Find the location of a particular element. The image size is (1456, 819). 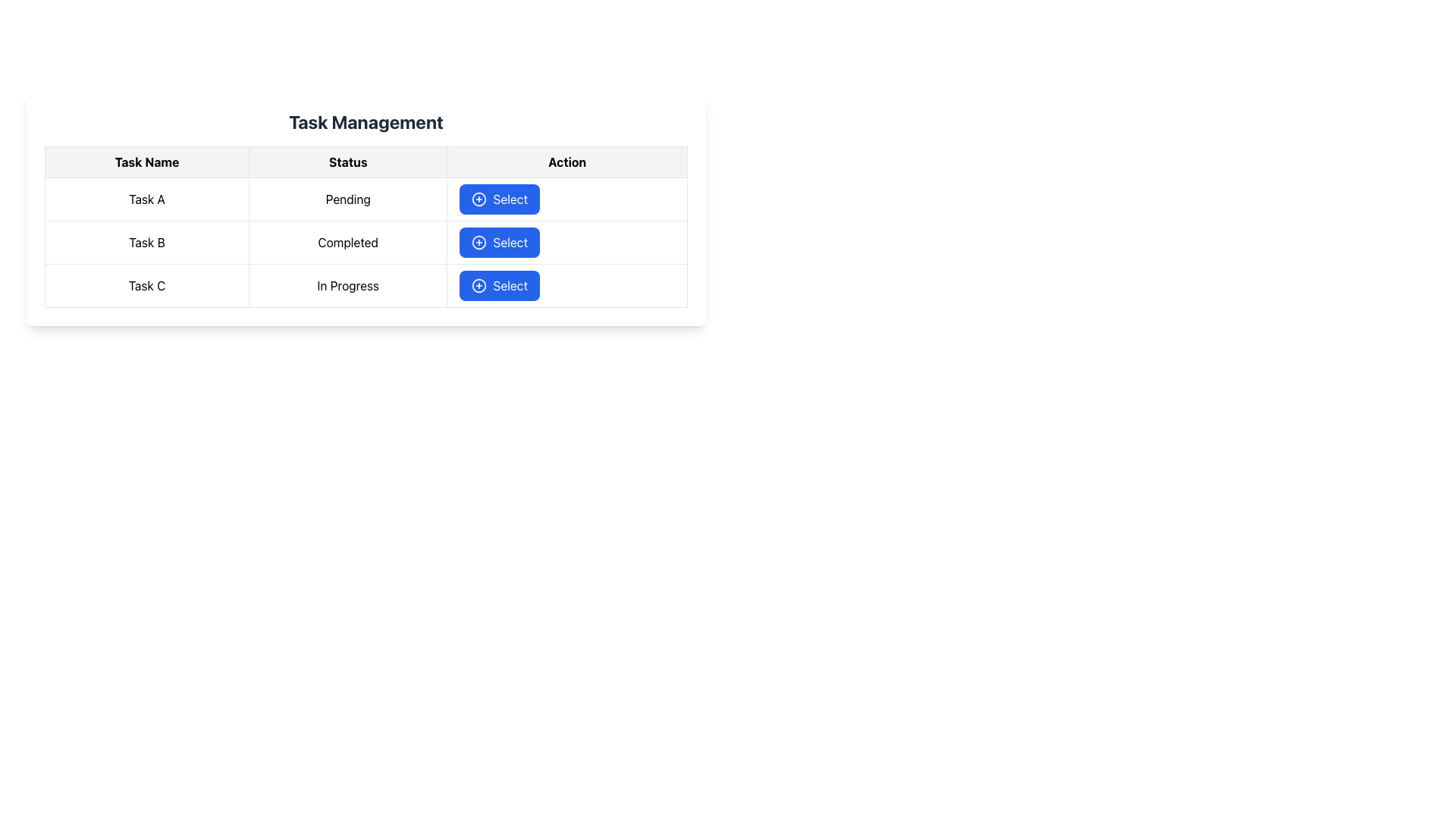

the text label displaying the name 'Task A' in the first row of the task table under the 'Task Name' column is located at coordinates (146, 198).